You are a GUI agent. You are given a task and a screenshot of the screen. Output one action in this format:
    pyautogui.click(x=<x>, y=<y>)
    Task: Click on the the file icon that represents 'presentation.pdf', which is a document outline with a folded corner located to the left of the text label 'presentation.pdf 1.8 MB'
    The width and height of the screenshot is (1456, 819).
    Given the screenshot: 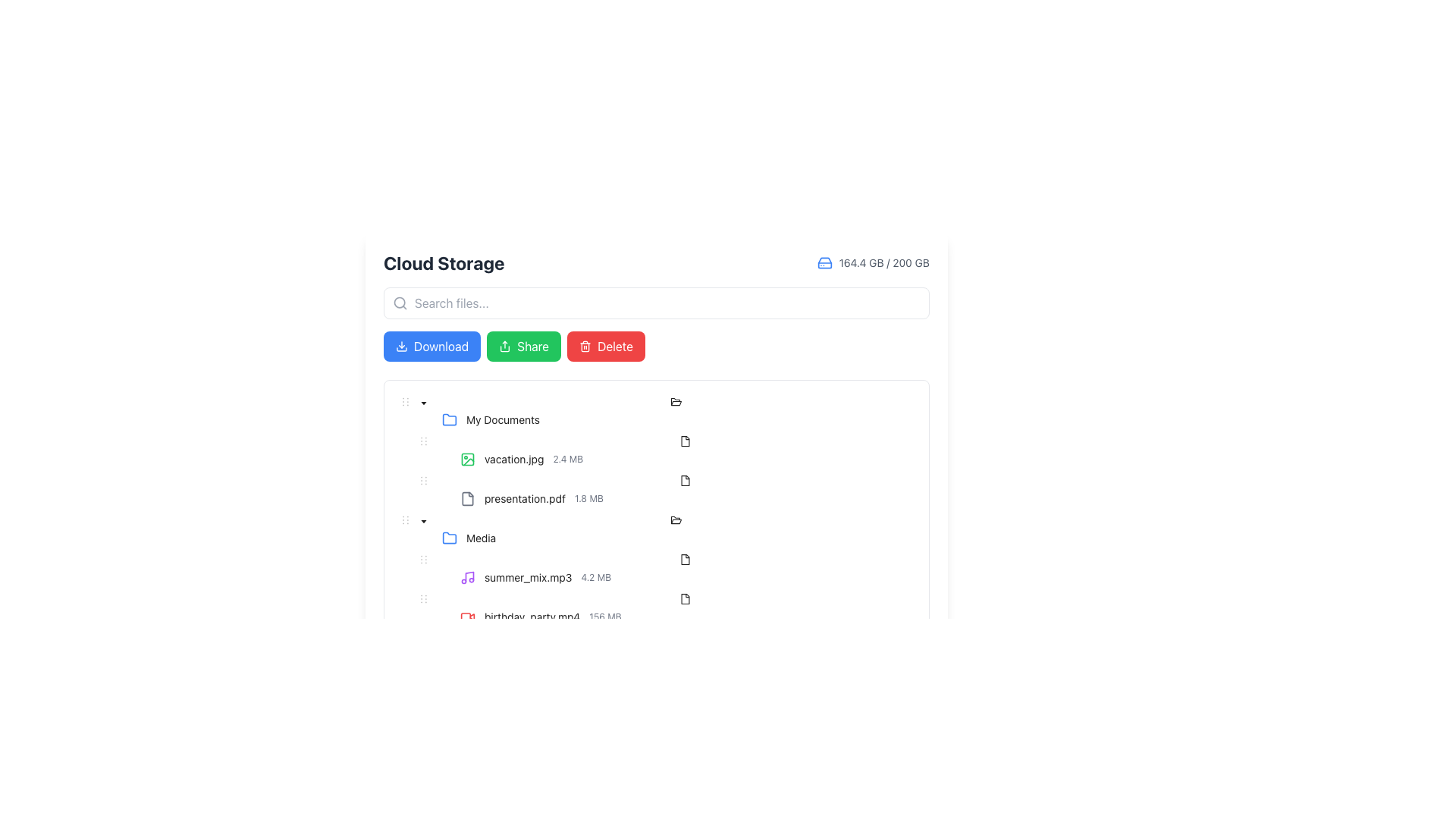 What is the action you would take?
    pyautogui.click(x=684, y=480)
    